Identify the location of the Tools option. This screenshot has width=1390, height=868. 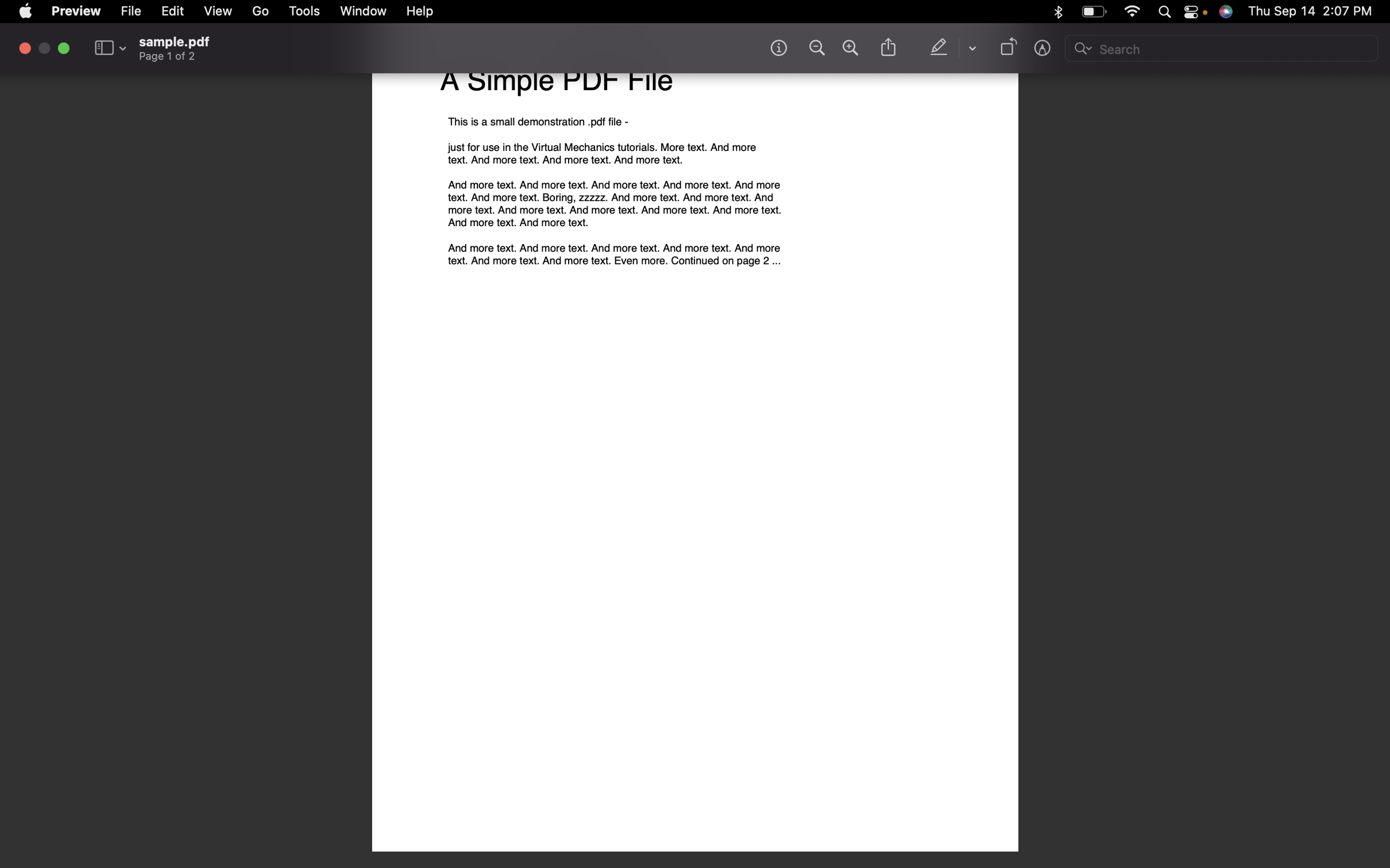
(306, 12).